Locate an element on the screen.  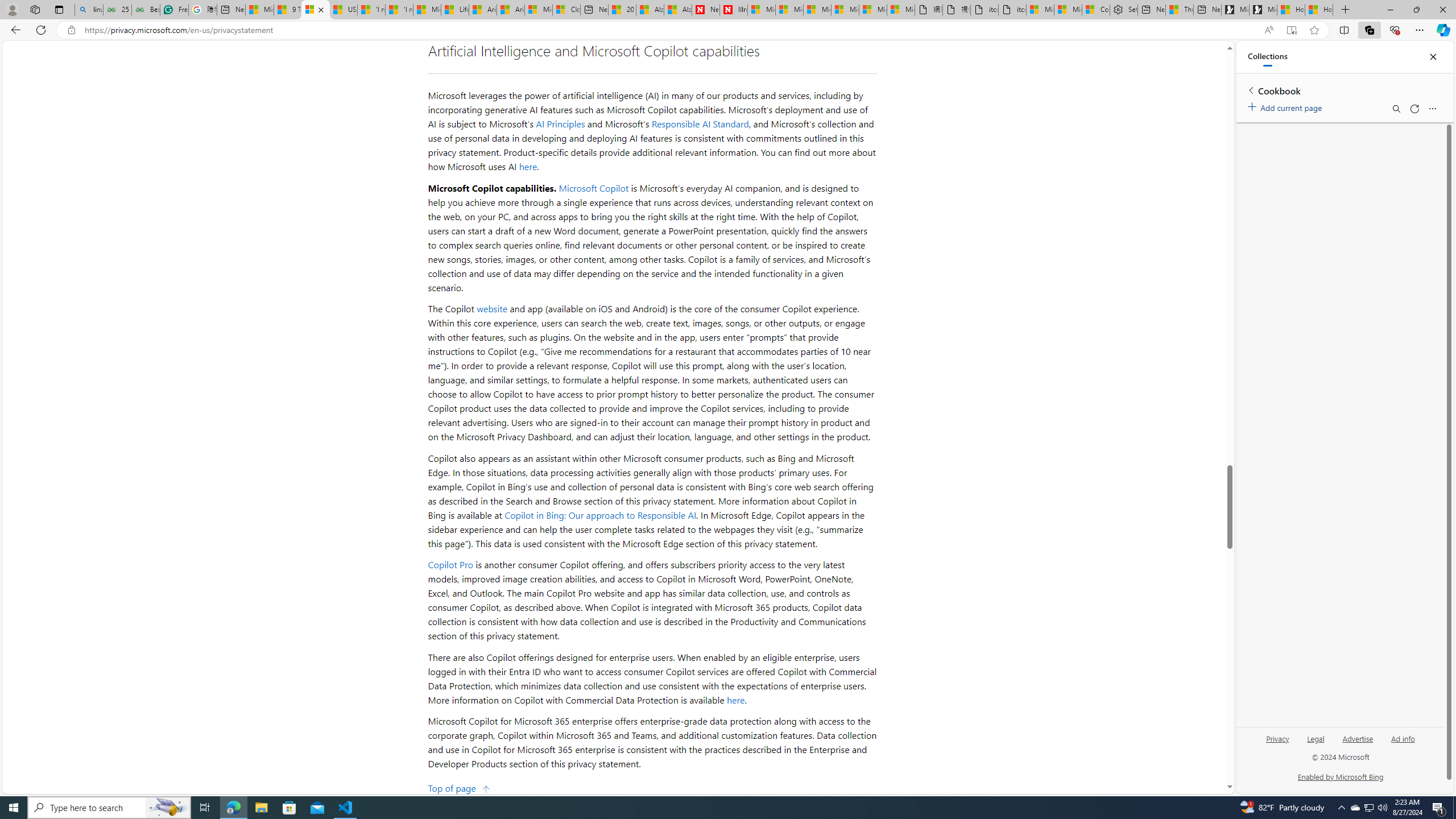
'20 Ways to Boost Your Protein Intake at Every Meal' is located at coordinates (621, 9).